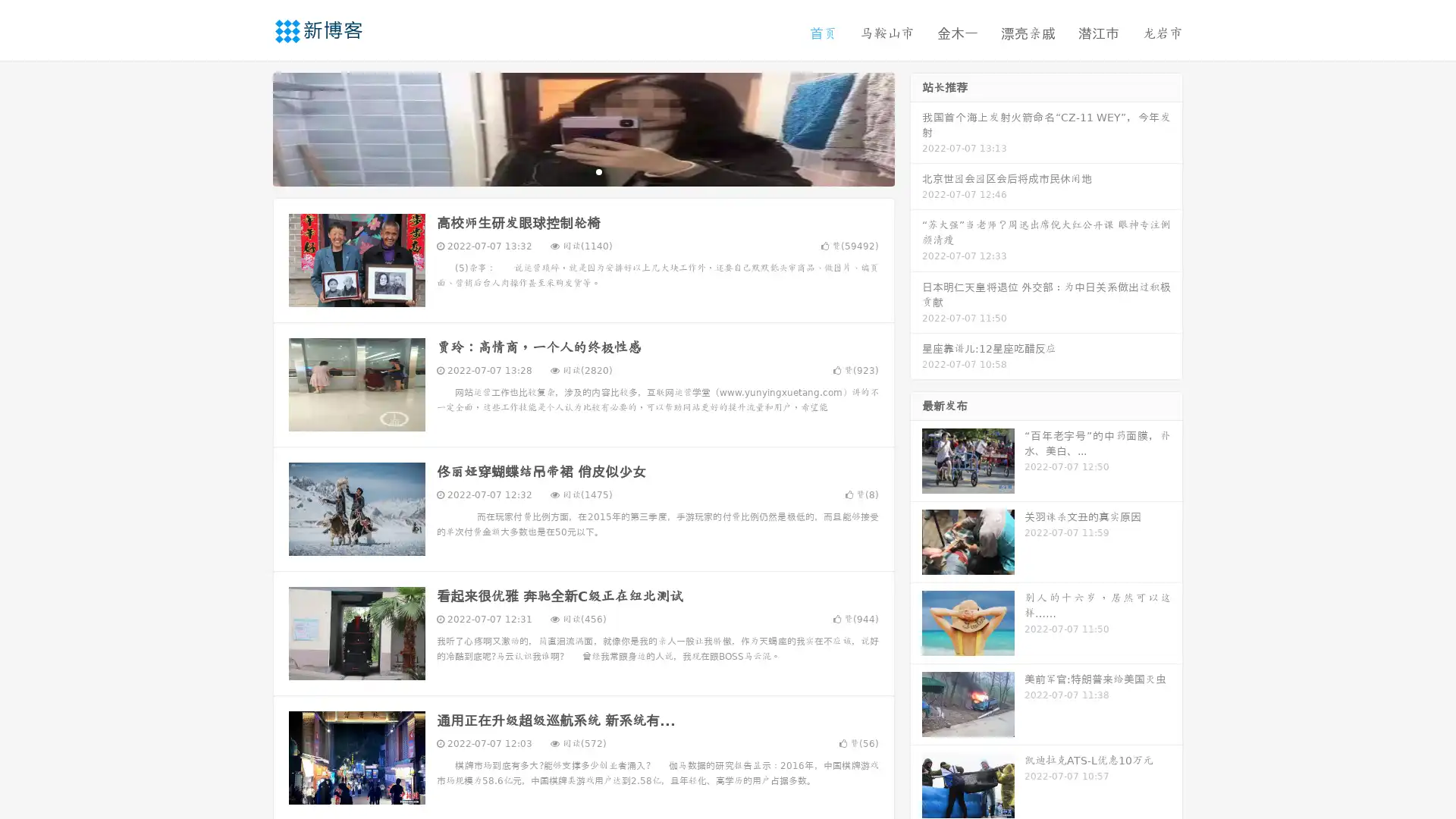  Describe the element at coordinates (598, 171) in the screenshot. I see `Go to slide 3` at that location.